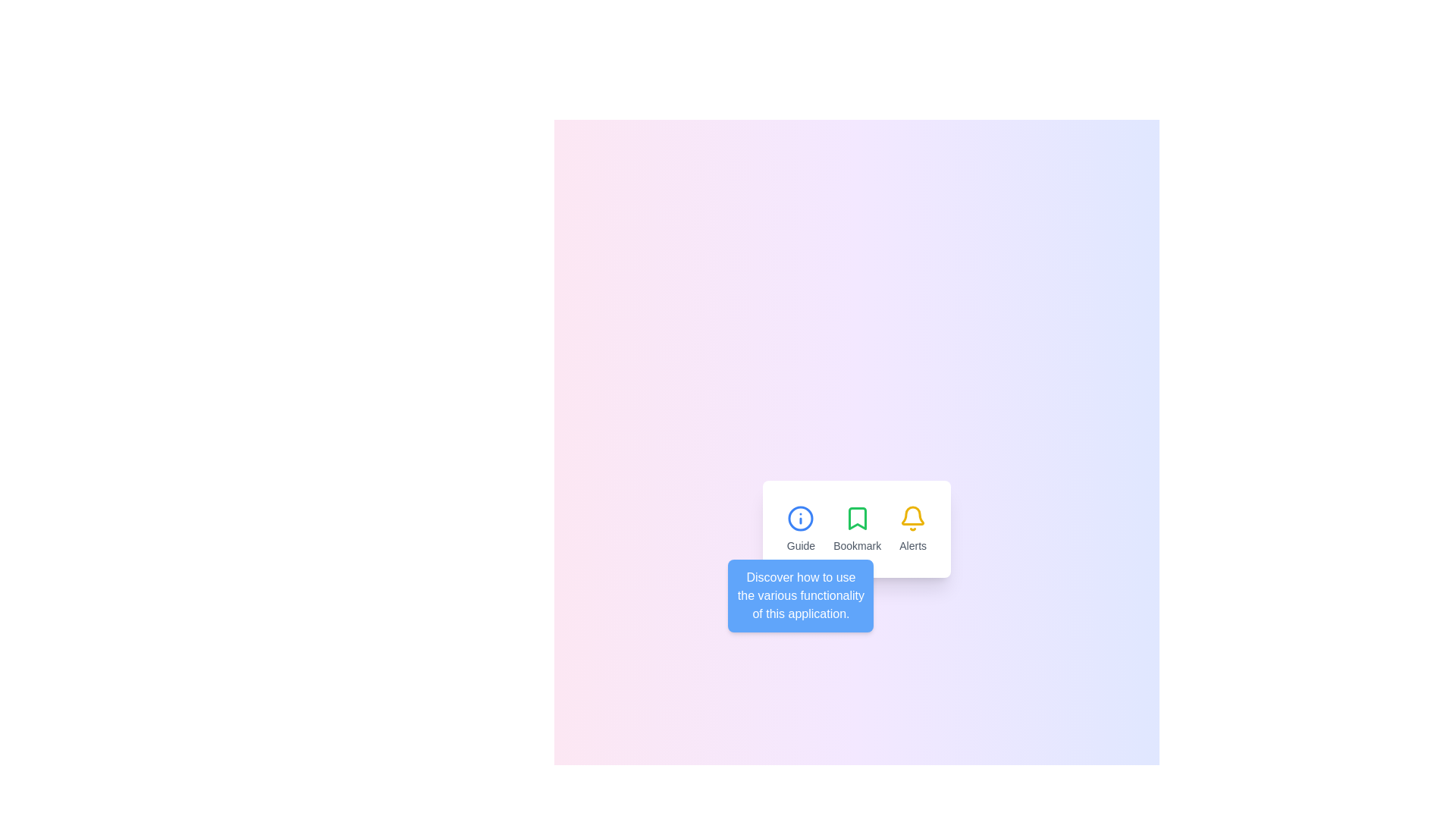  I want to click on the information icon with the label 'Guide', which is the first item in a group of three horizontally arranged elements, so click(800, 529).